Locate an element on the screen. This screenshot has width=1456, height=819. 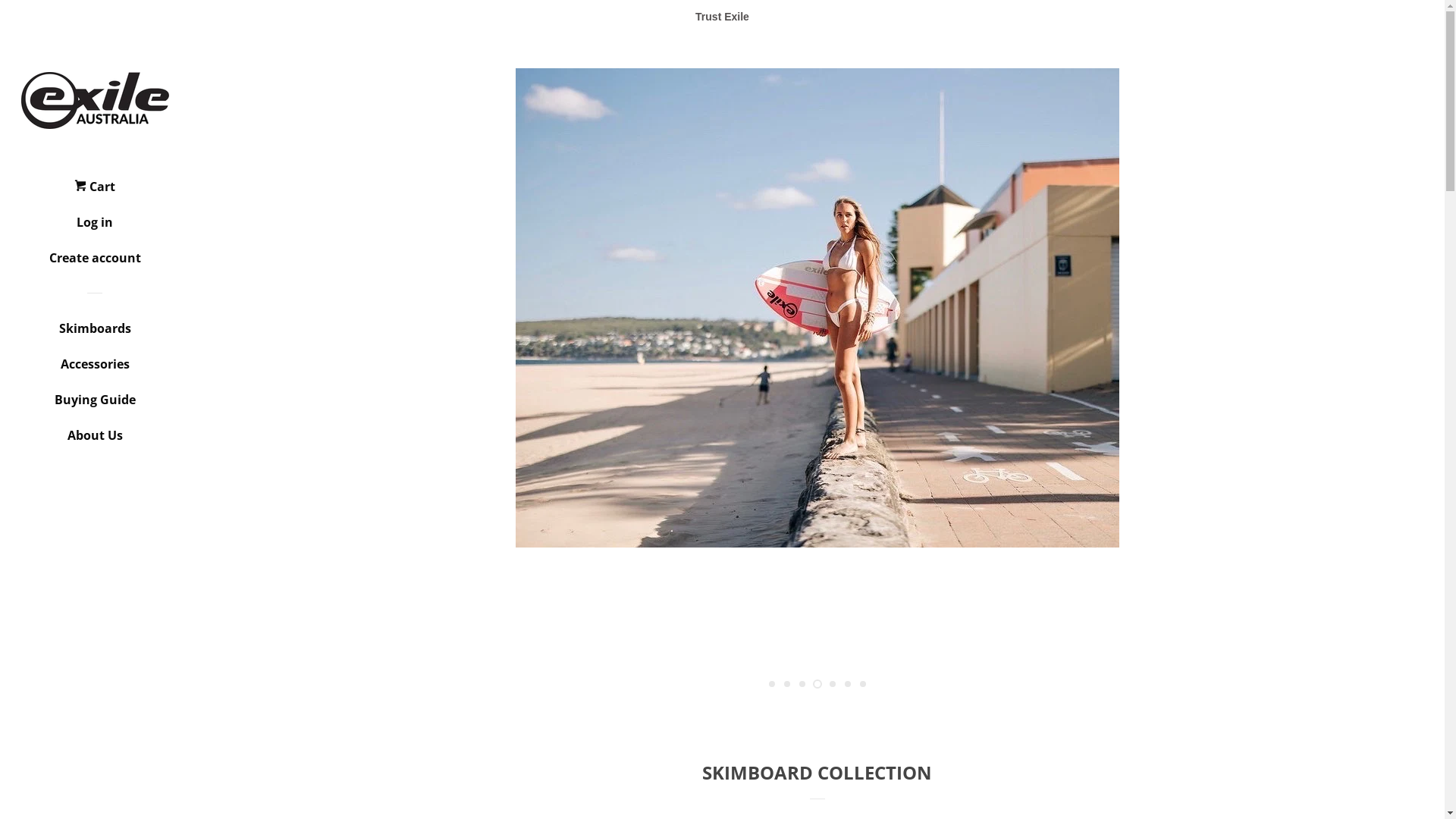
'Cart' is located at coordinates (93, 191).